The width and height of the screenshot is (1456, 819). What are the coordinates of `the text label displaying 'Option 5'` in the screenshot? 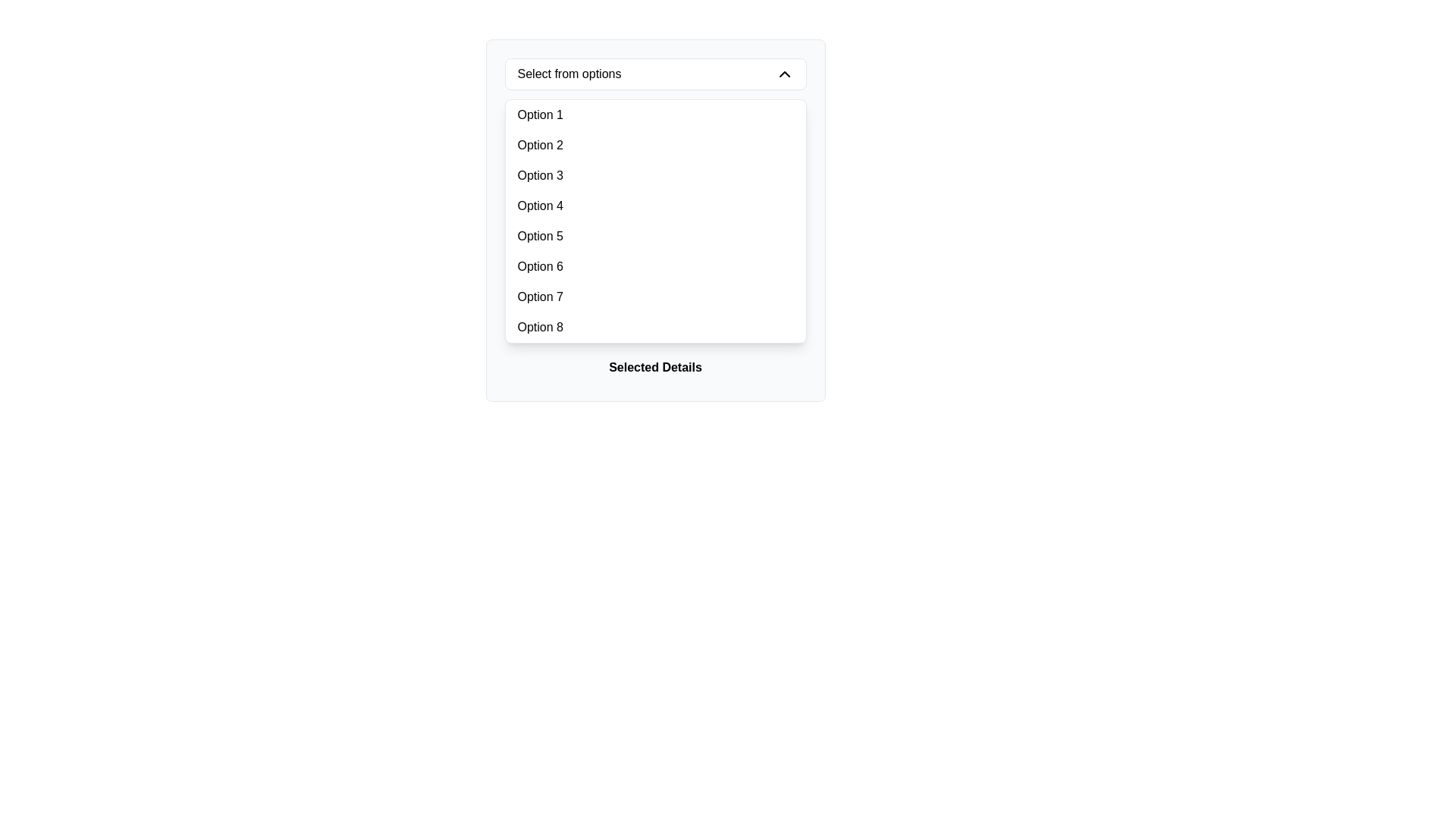 It's located at (540, 237).